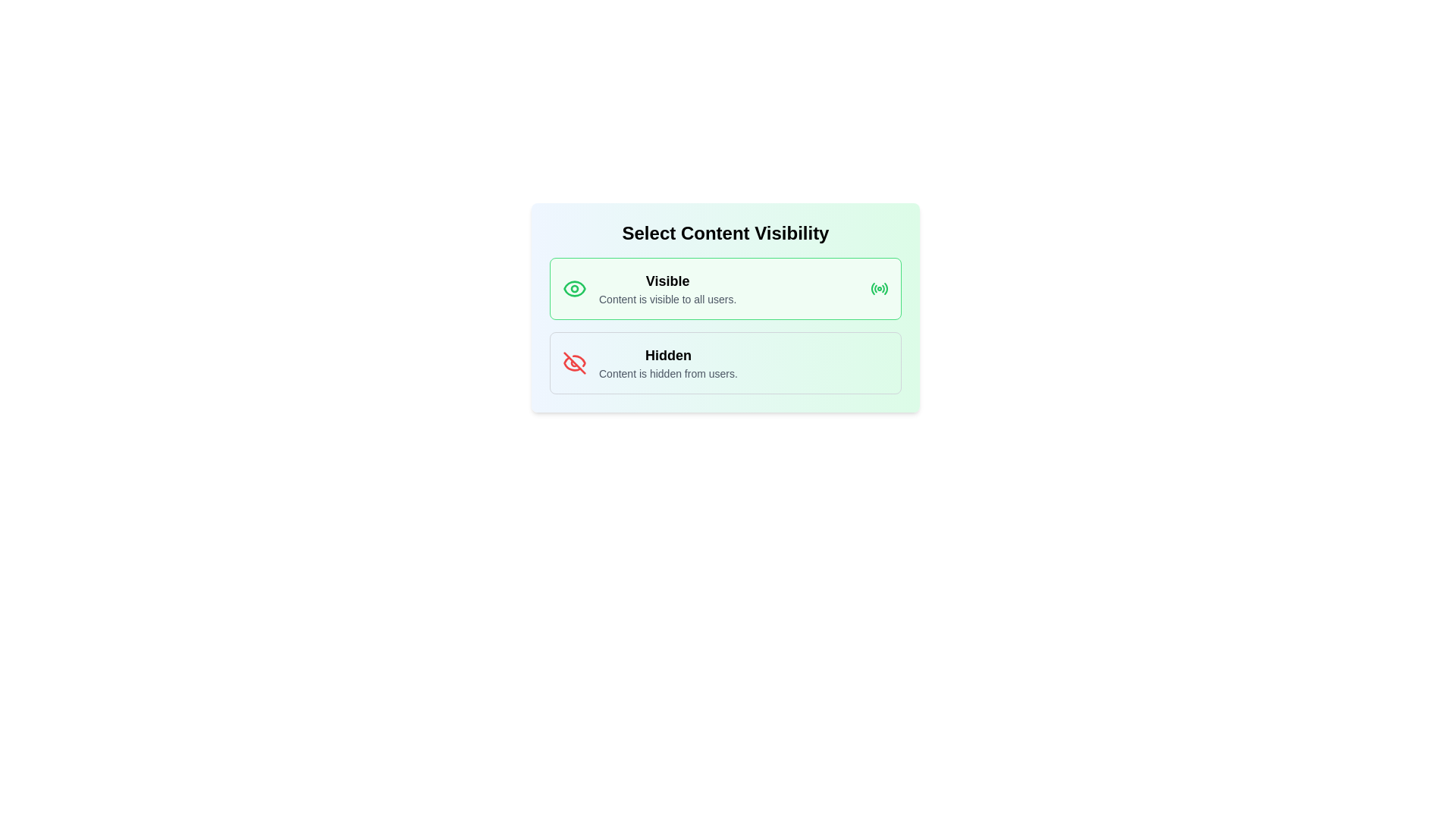 The width and height of the screenshot is (1456, 819). I want to click on text label stating 'Content is hidden from users.' which is styled in gray and positioned below the 'Hidden' title in the visibility options card, so click(667, 374).